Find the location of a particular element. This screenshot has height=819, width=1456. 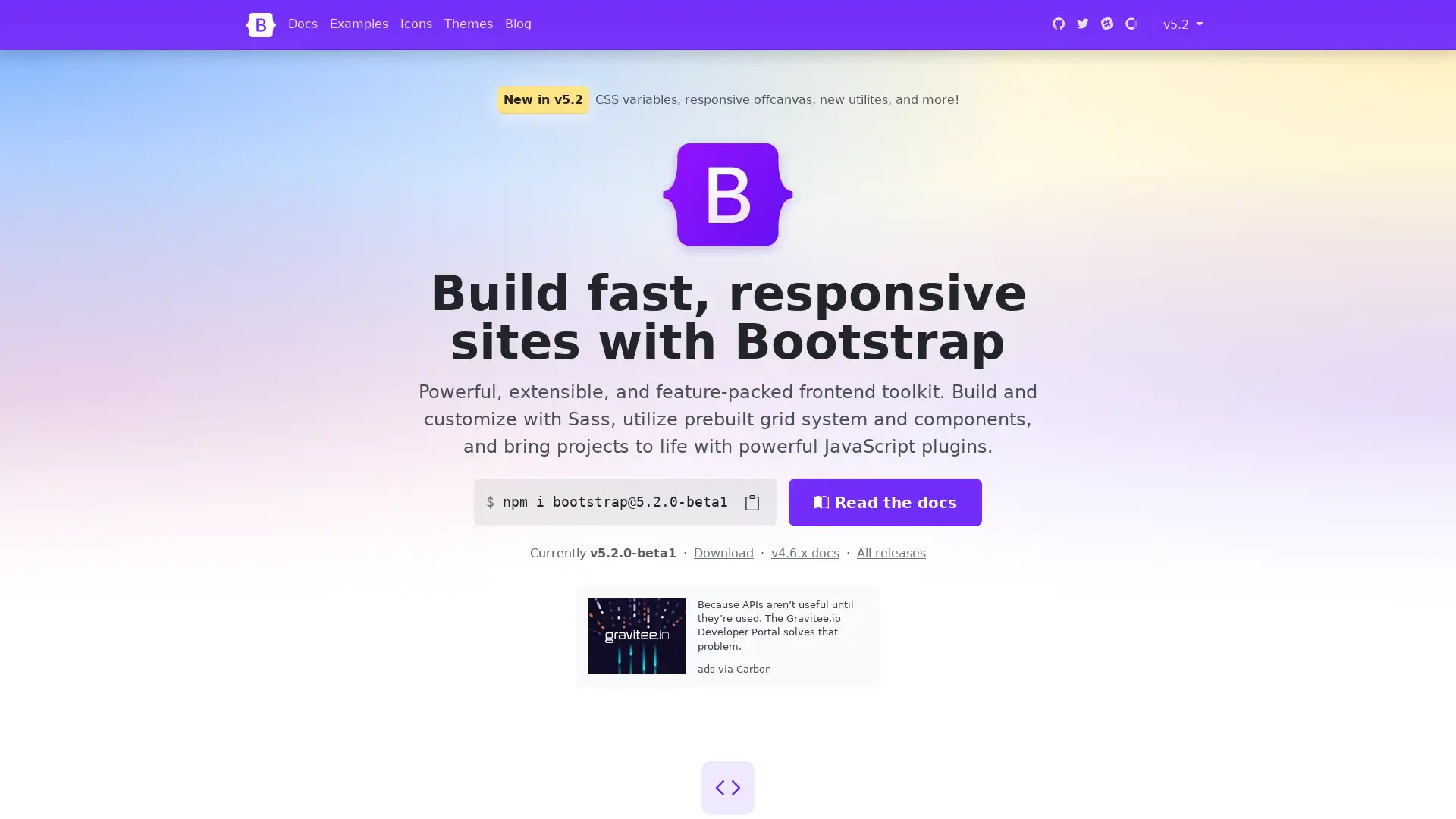

v5.2 is located at coordinates (1182, 25).